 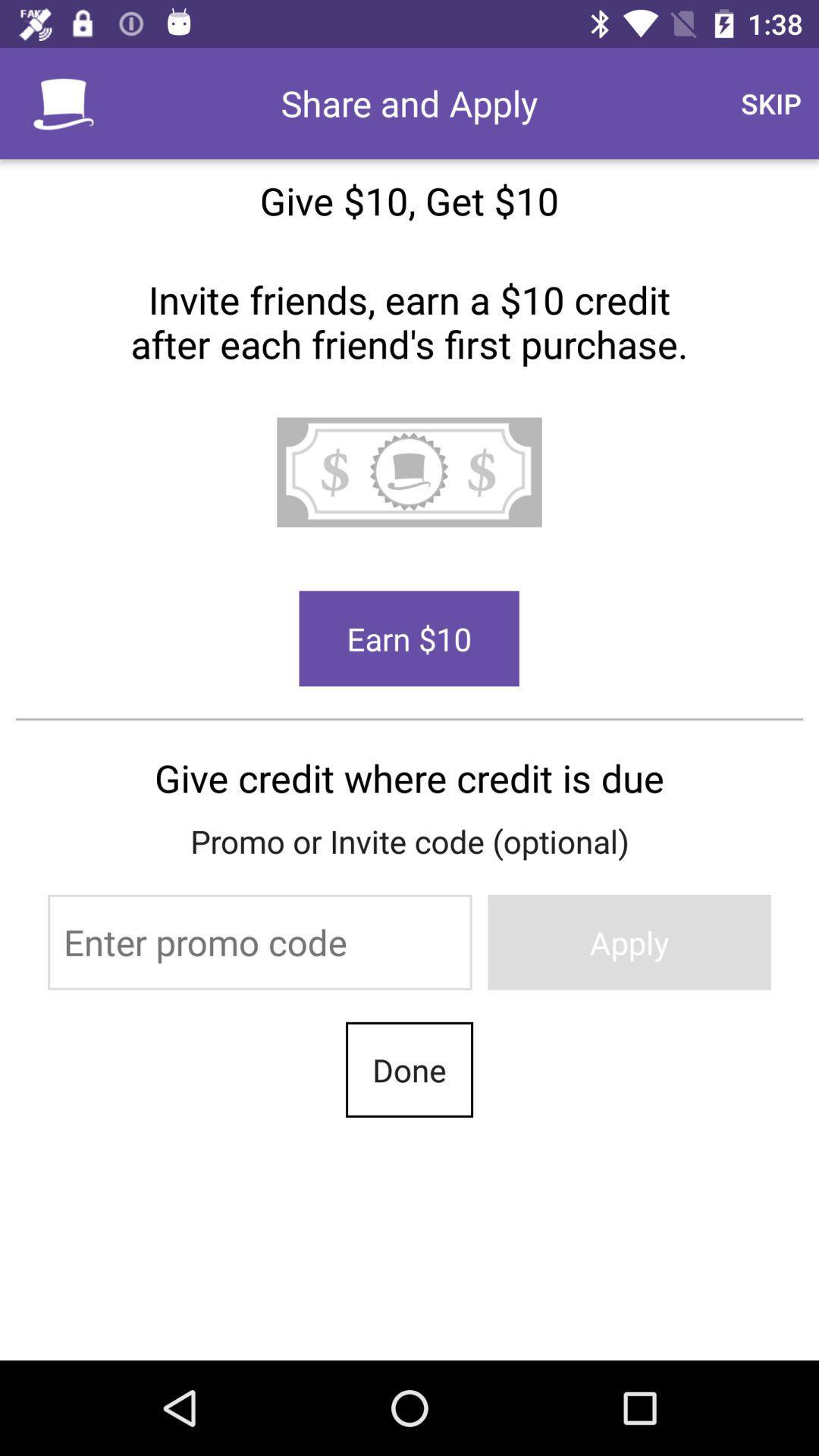 I want to click on the item at the top right corner, so click(x=771, y=102).